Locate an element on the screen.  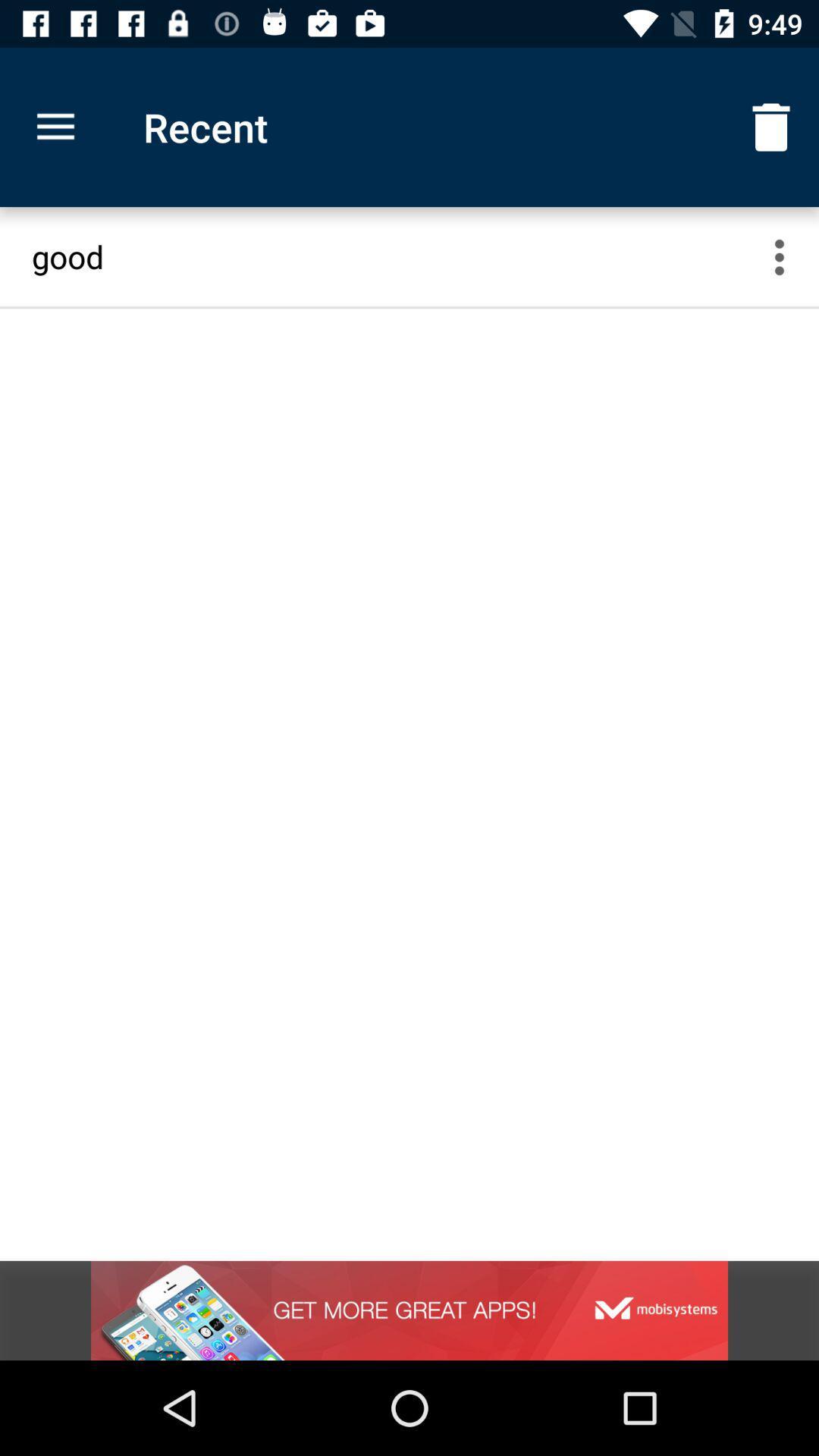
good item is located at coordinates (394, 256).